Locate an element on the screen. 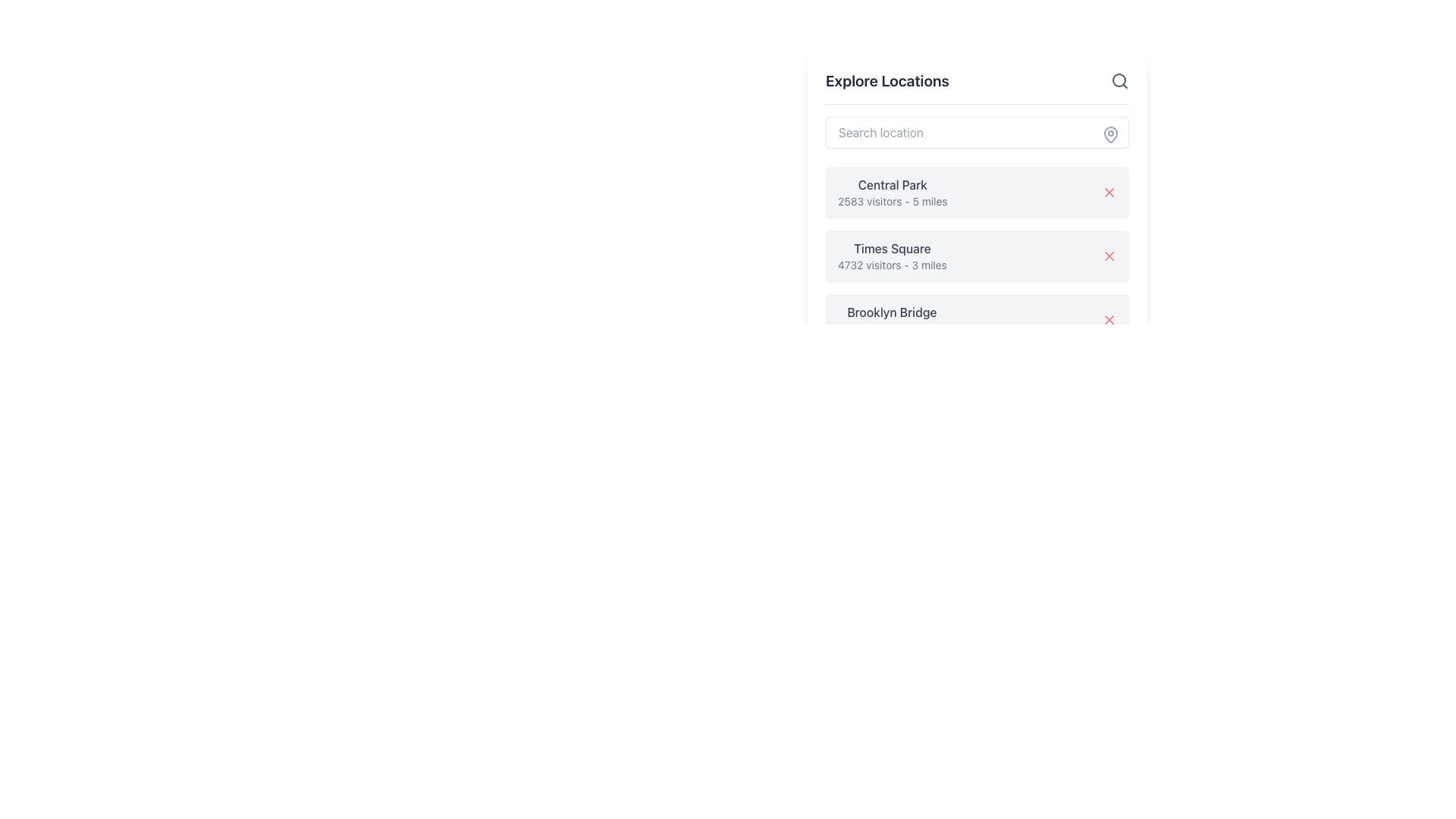 This screenshot has width=1456, height=819. text displayed in the Text Display Block about Brooklyn Bridge, which is the third card in a vertical list of location exploration information is located at coordinates (892, 318).